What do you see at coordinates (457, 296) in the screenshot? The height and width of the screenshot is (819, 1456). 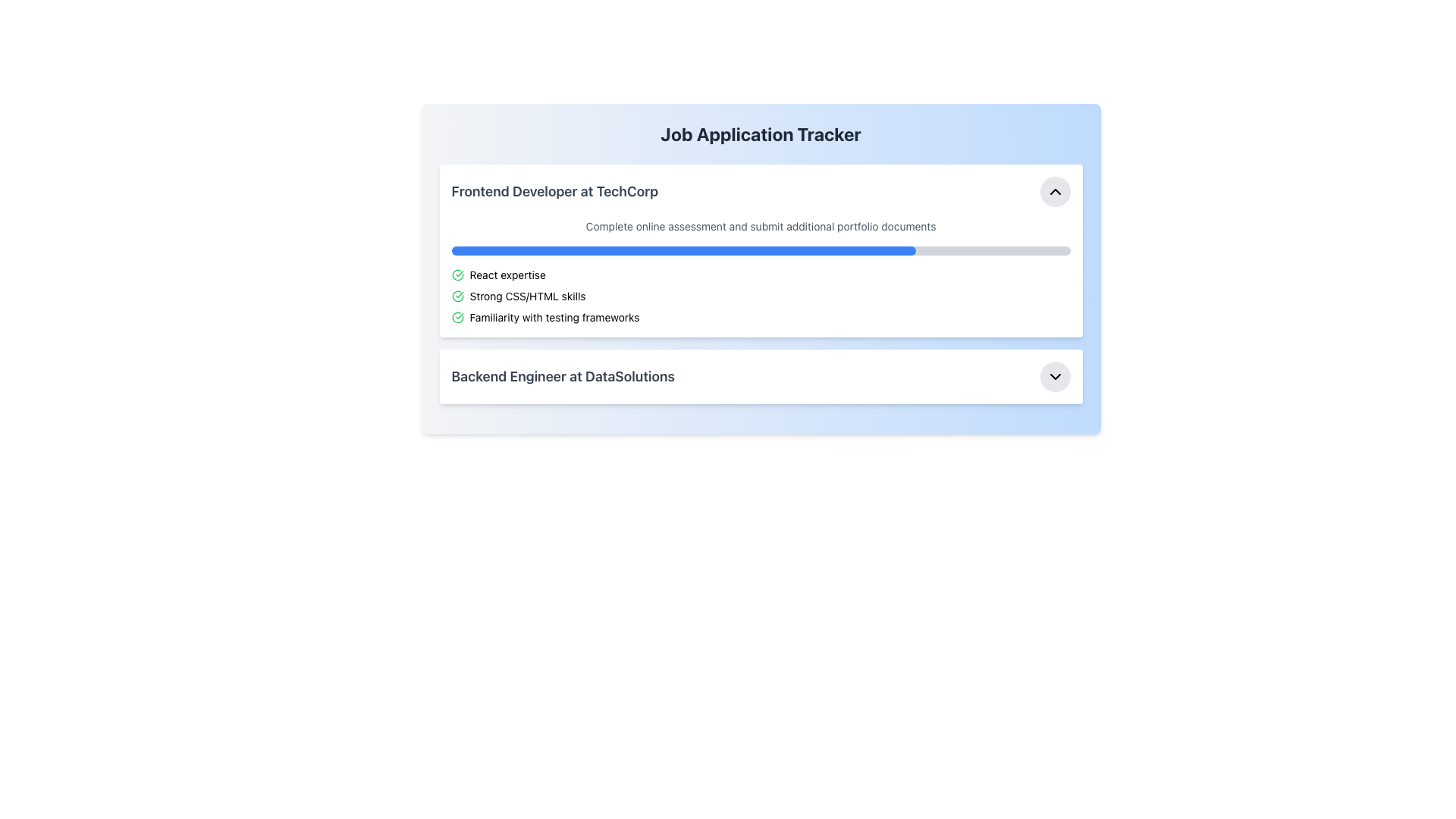 I see `the completion icon indicating 'Strong CSS/HTML skills' in the job requirements list for 'Frontend Developer at TechCorp'` at bounding box center [457, 296].